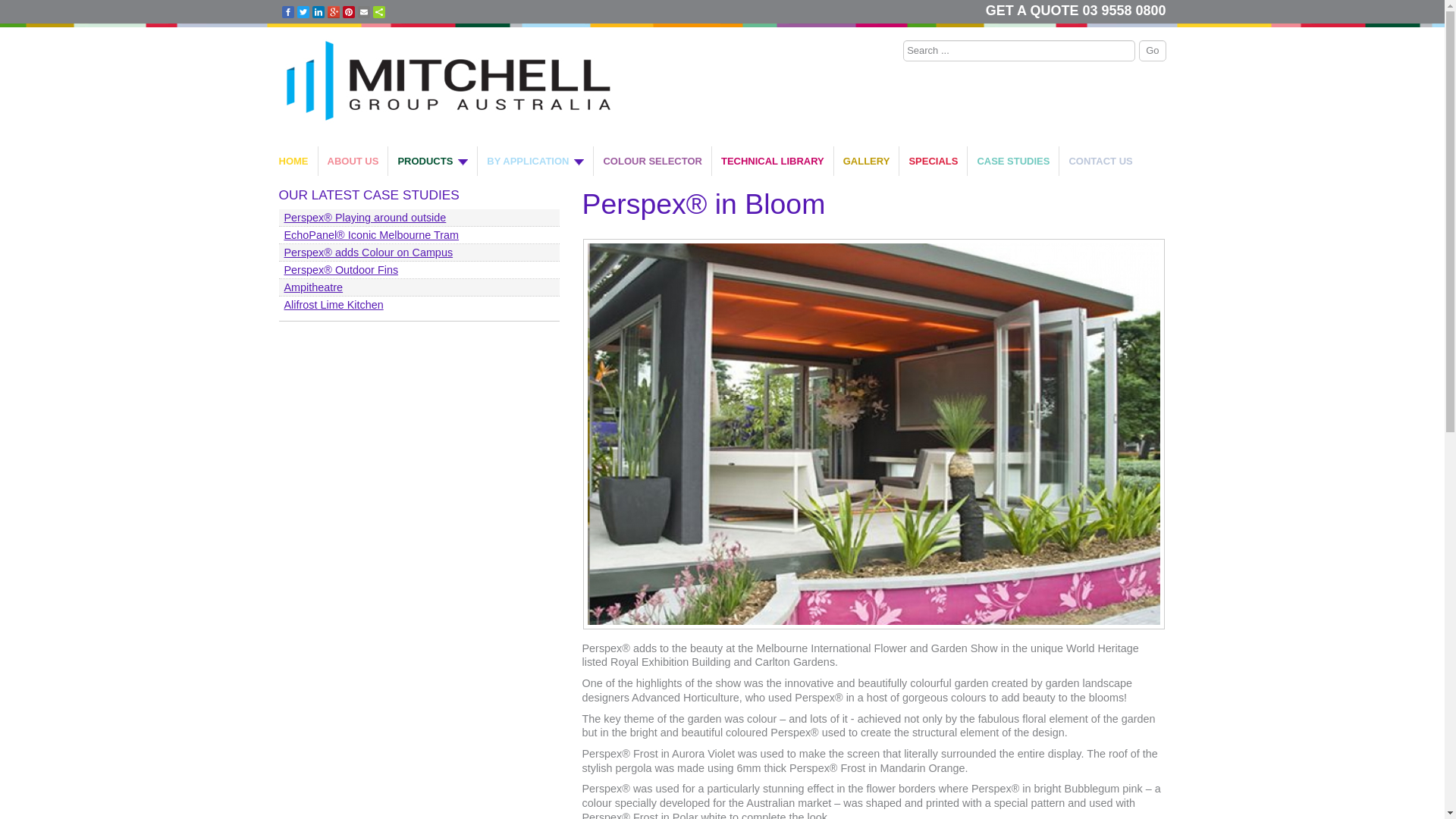  Describe the element at coordinates (932, 161) in the screenshot. I see `'SPECIALS'` at that location.